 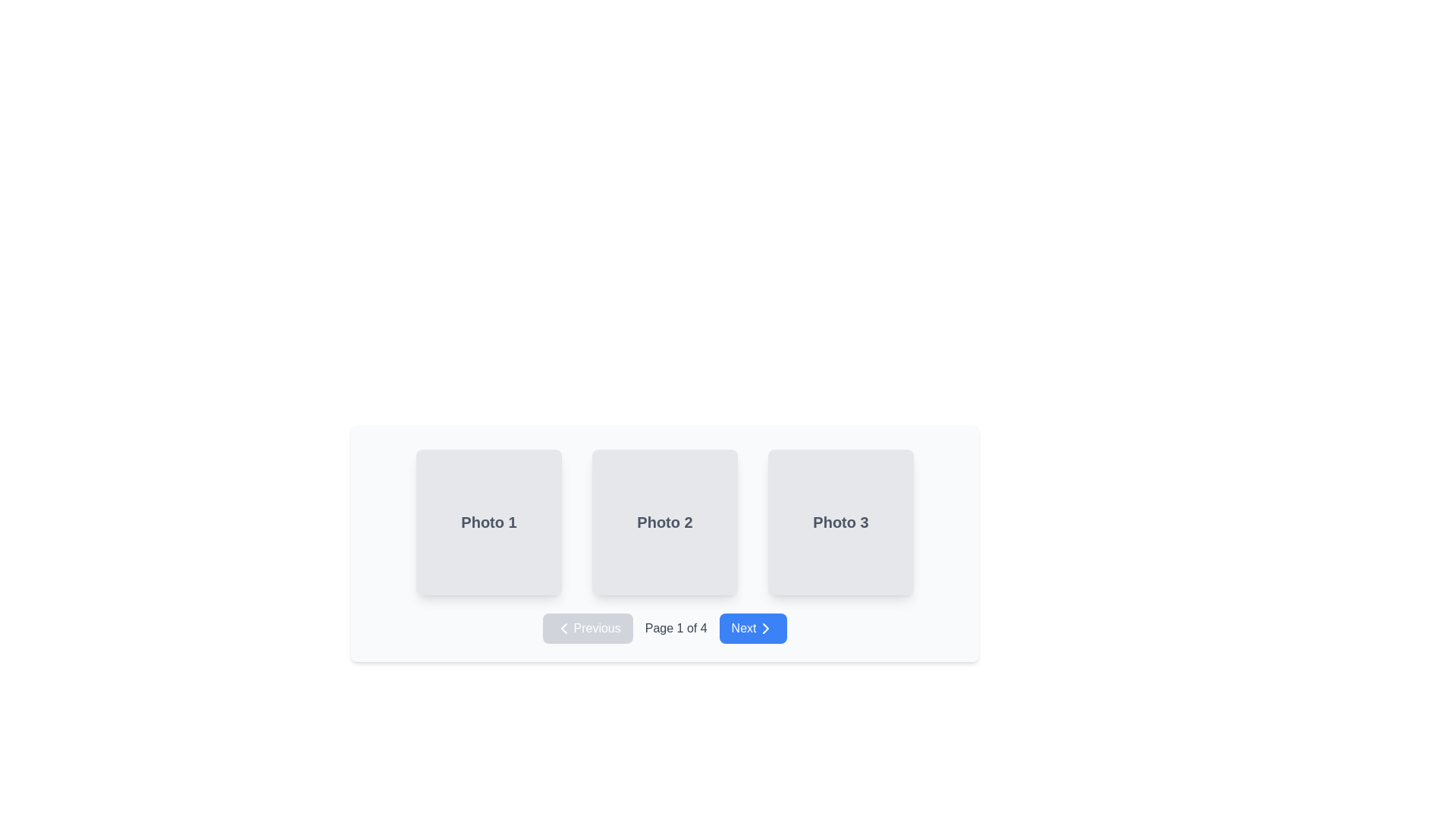 What do you see at coordinates (587, 629) in the screenshot?
I see `the navigation button on the left side of the pagination controls` at bounding box center [587, 629].